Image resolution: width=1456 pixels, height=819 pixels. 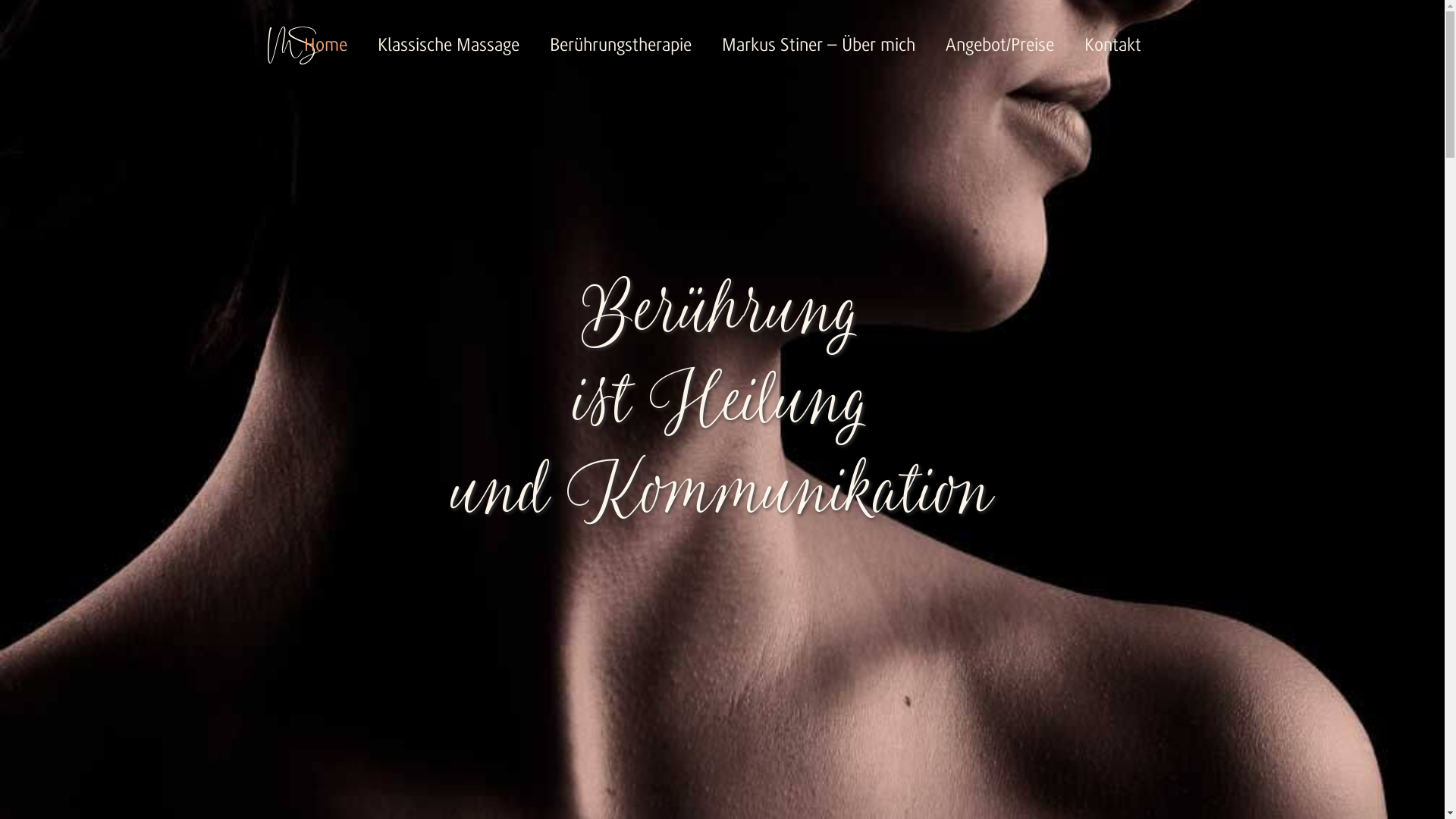 I want to click on 'Kontakt', so click(x=1068, y=45).